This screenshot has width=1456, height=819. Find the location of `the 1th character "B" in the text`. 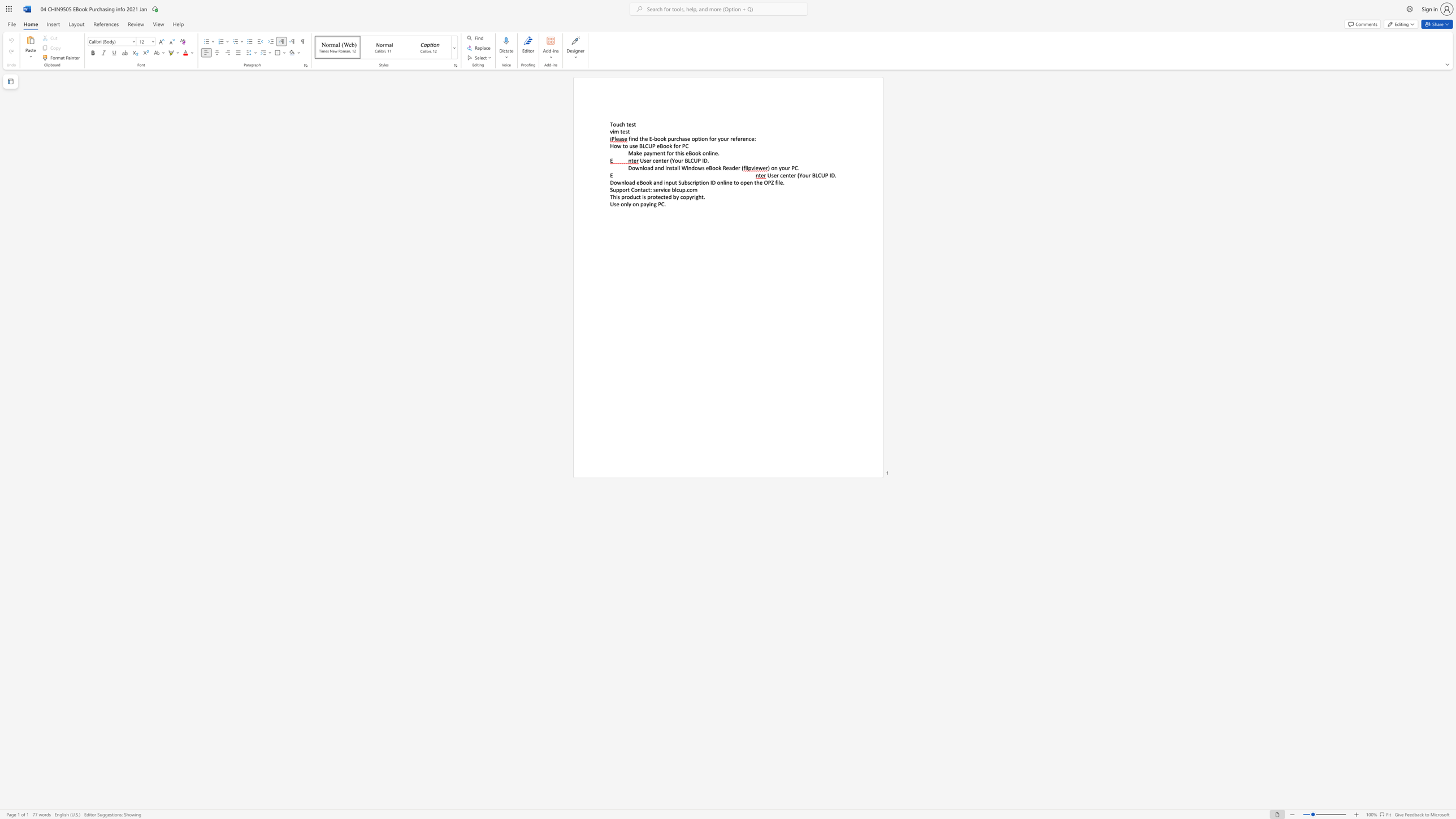

the 1th character "B" in the text is located at coordinates (686, 160).